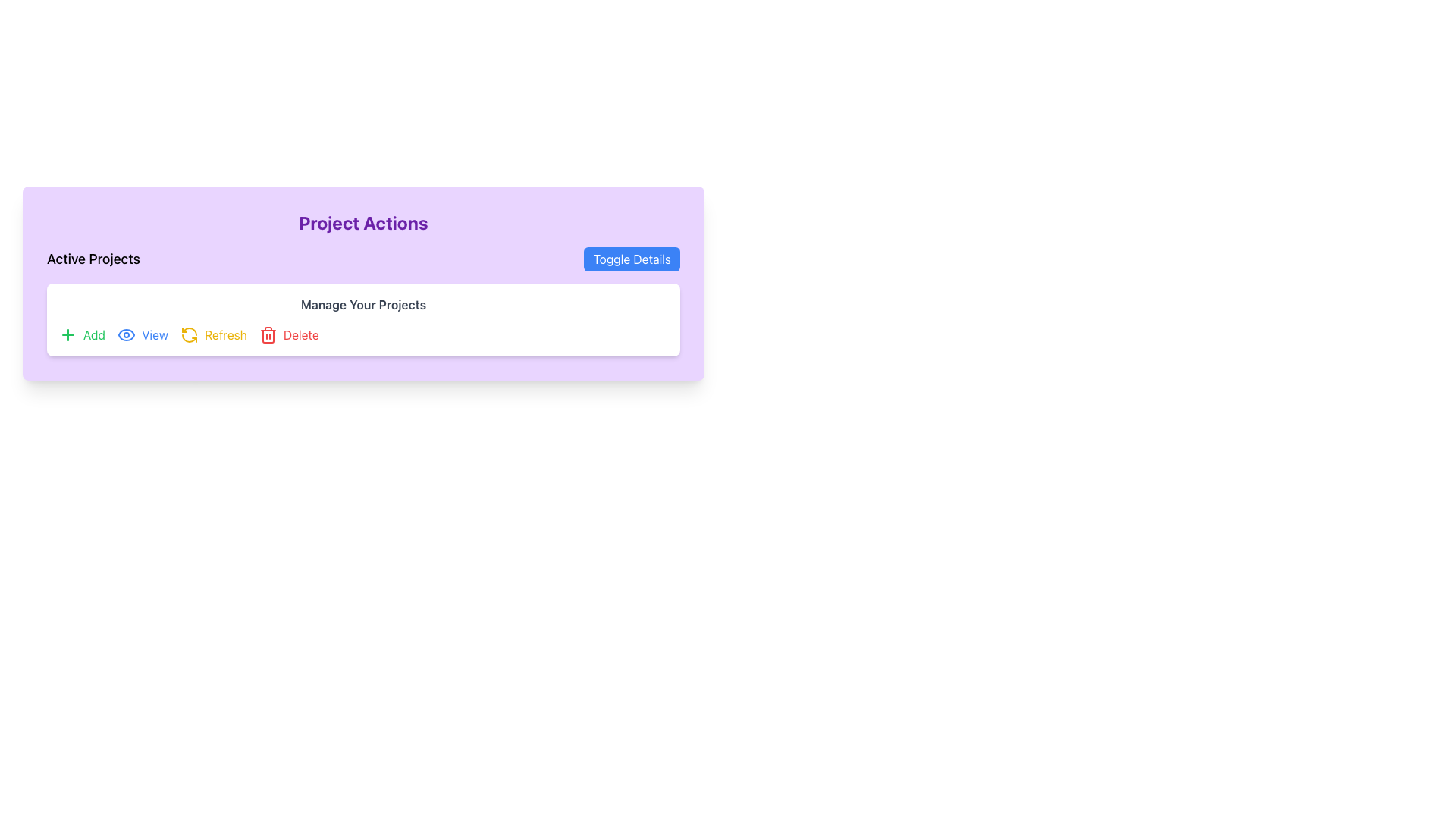 This screenshot has height=819, width=1456. I want to click on the blue-colored eye icon representing the 'view' action, which is the leftmost sub-element within the 'View' button in the action bar under the 'Active Projects' heading, so click(127, 334).